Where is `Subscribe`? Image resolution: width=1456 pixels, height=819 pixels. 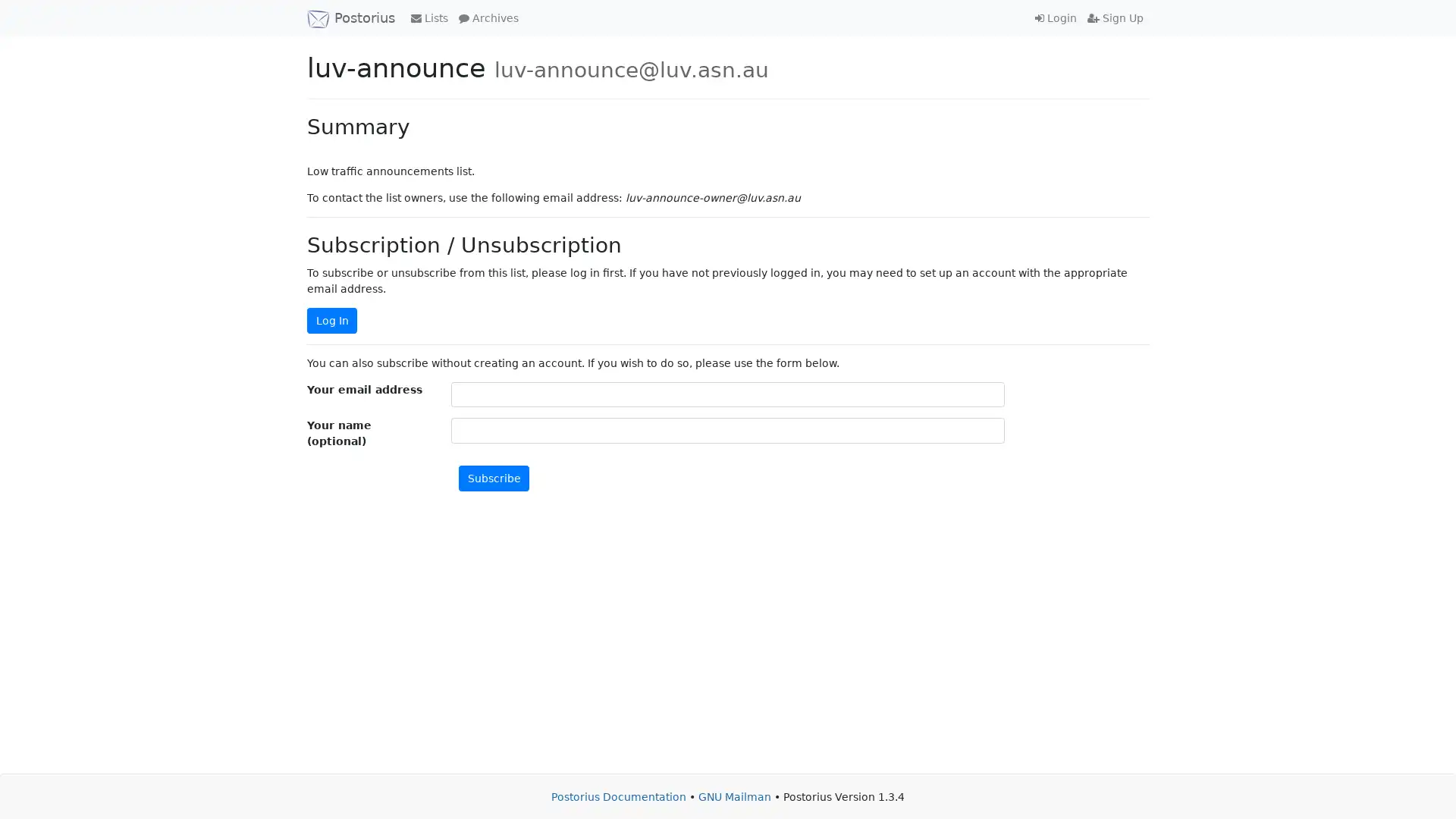
Subscribe is located at coordinates (494, 478).